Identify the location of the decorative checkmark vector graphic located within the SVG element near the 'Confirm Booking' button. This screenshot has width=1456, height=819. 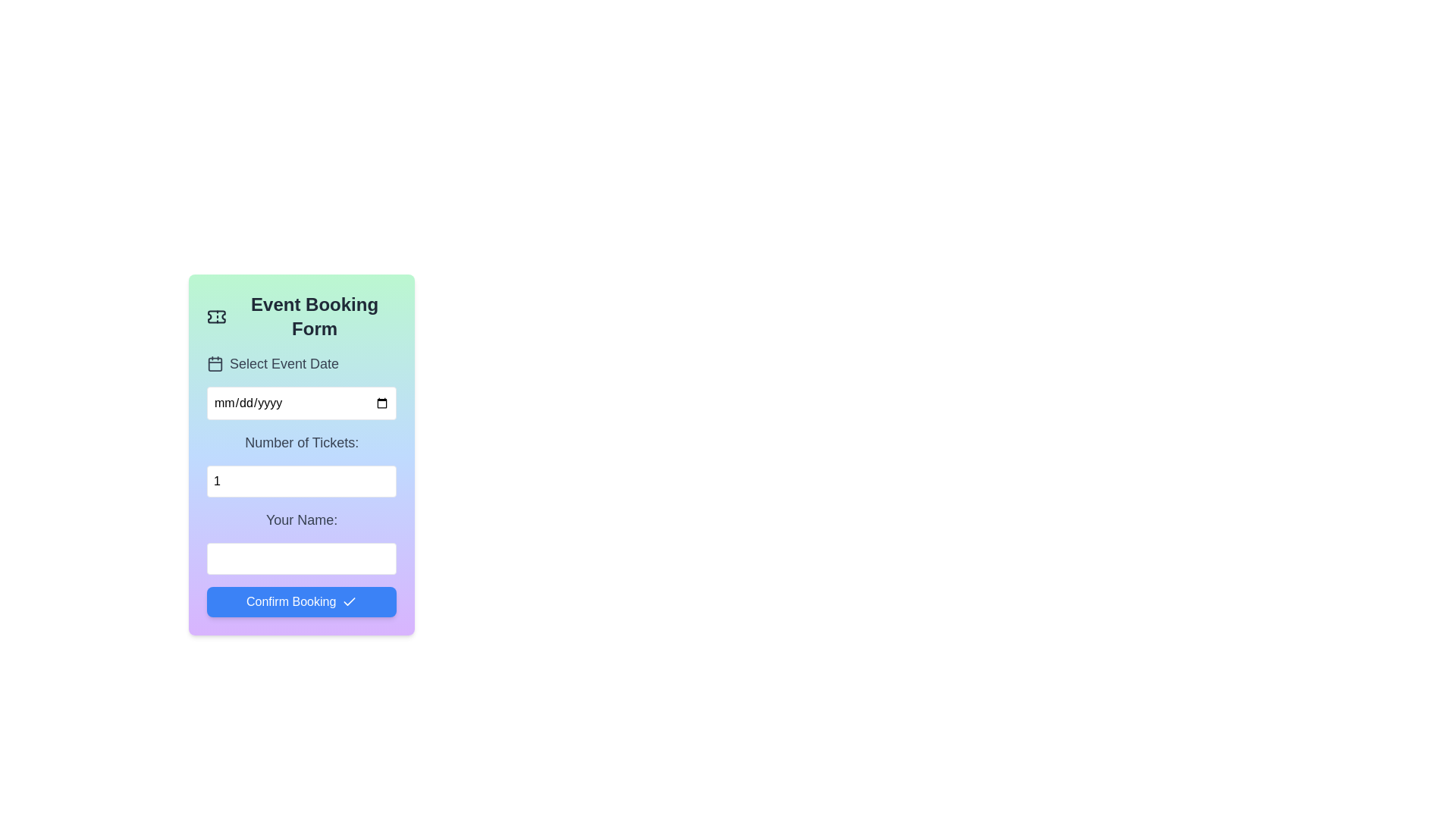
(349, 601).